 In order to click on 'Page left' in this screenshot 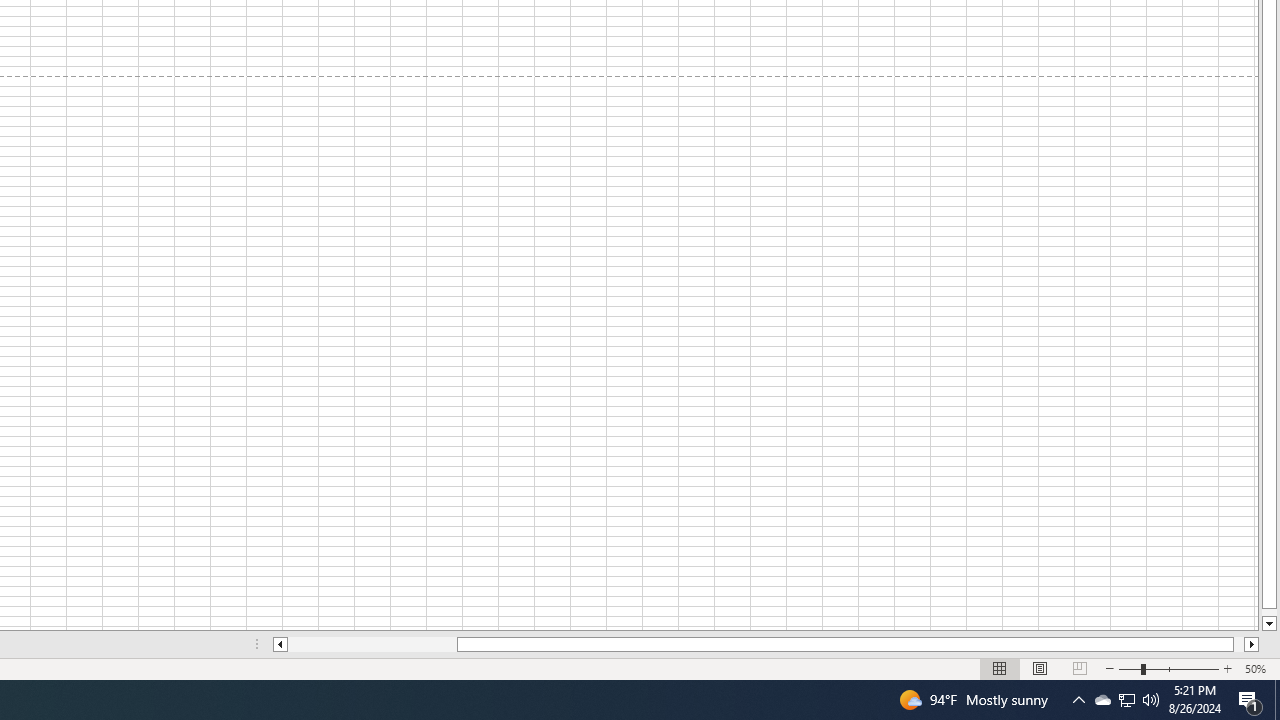, I will do `click(372, 644)`.